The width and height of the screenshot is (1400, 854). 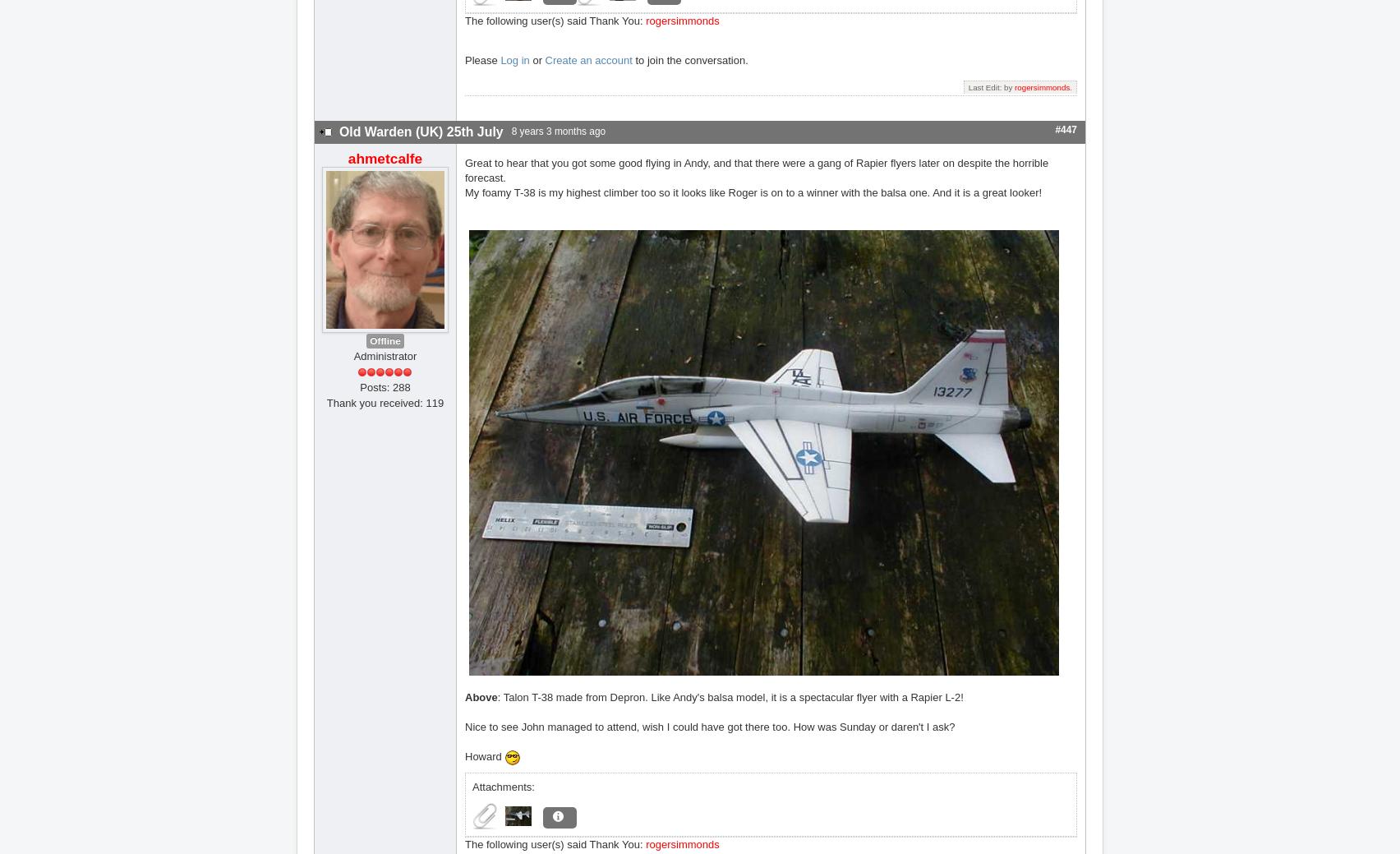 What do you see at coordinates (757, 169) in the screenshot?
I see `'Great to hear that you got some good flying in Andy, and that there were a gang of Rapier flyers later on despite the horrible forecast.'` at bounding box center [757, 169].